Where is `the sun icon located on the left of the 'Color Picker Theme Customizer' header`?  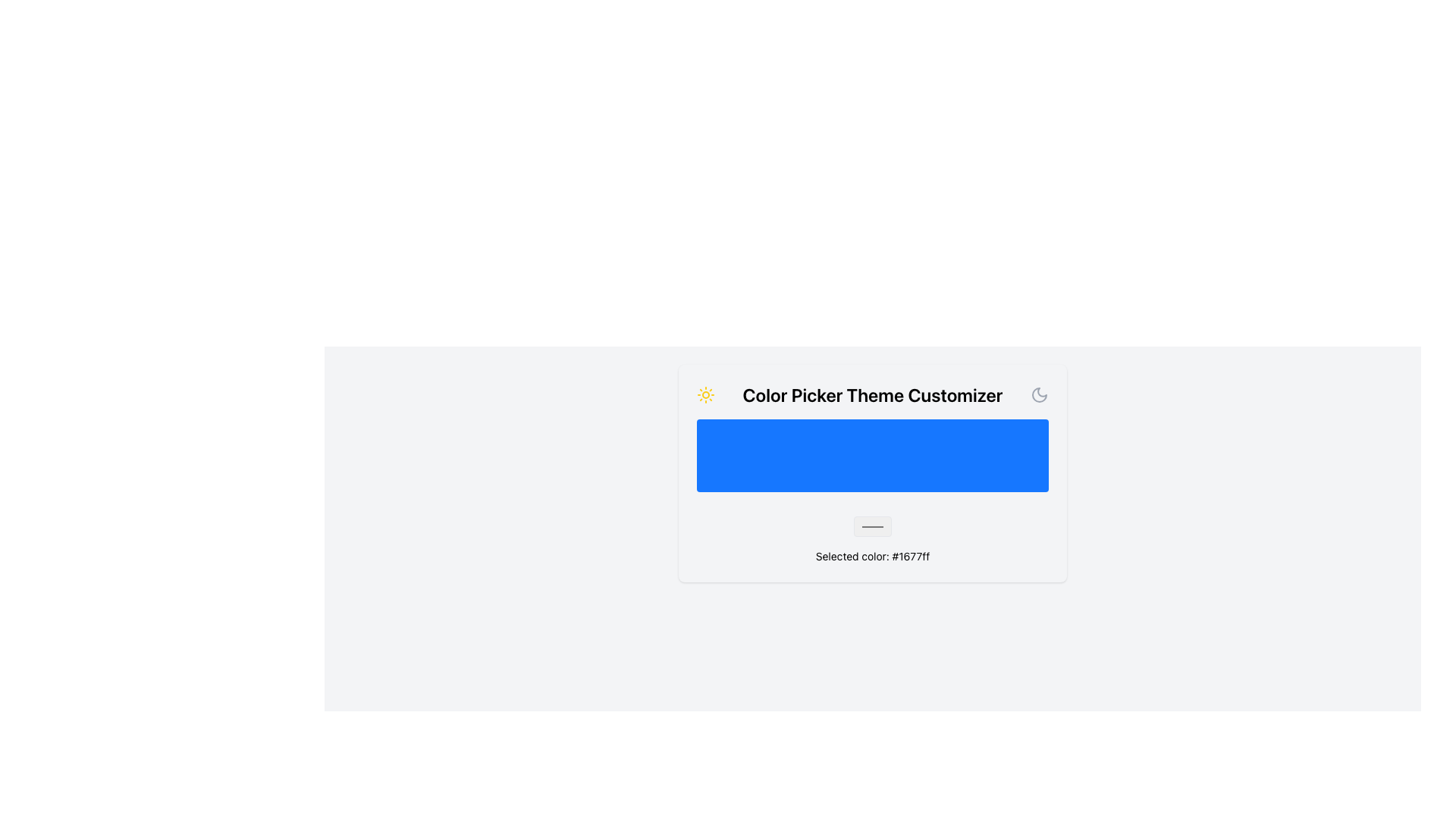
the sun icon located on the left of the 'Color Picker Theme Customizer' header is located at coordinates (705, 394).